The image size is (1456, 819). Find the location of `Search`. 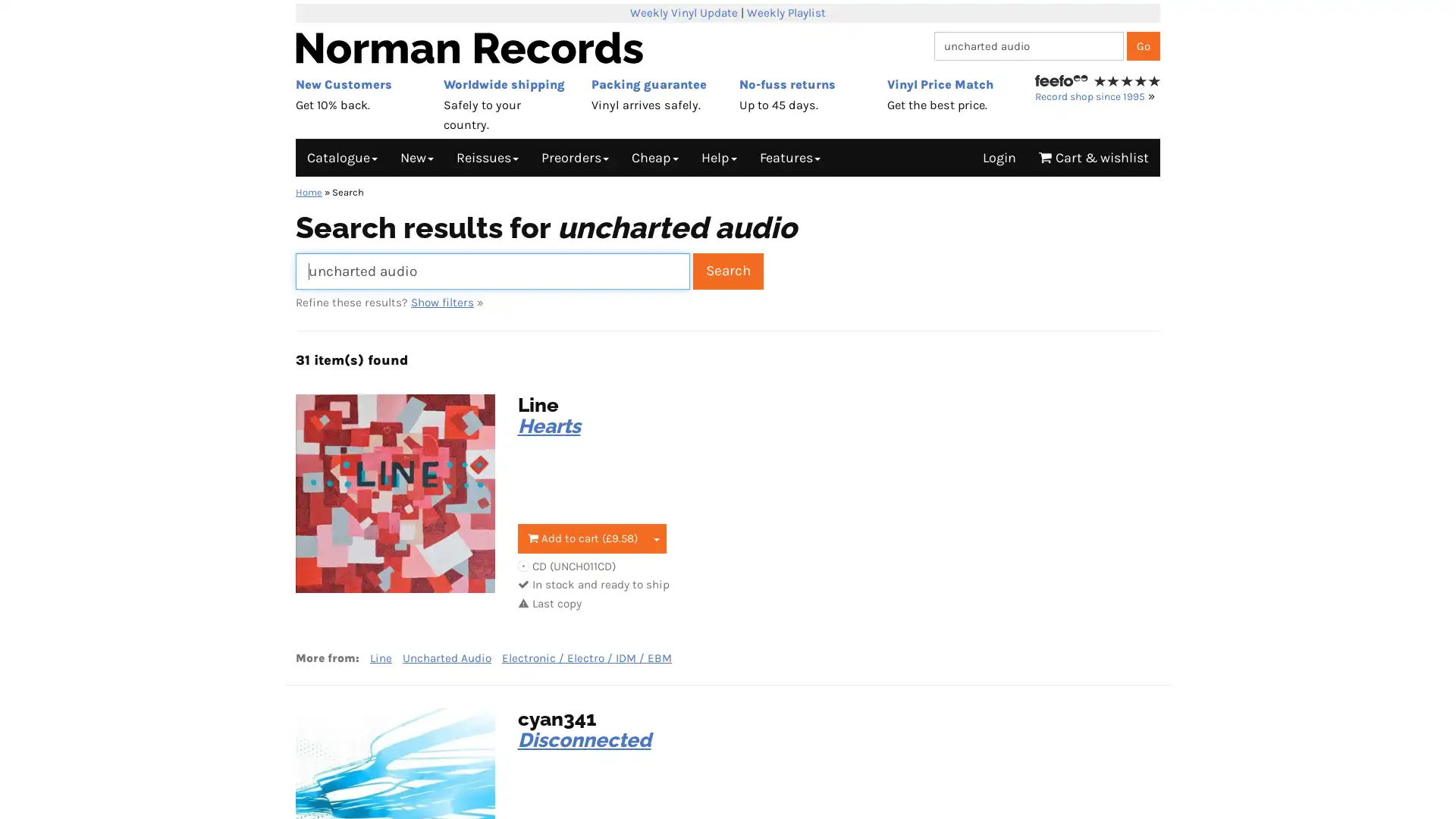

Search is located at coordinates (728, 270).